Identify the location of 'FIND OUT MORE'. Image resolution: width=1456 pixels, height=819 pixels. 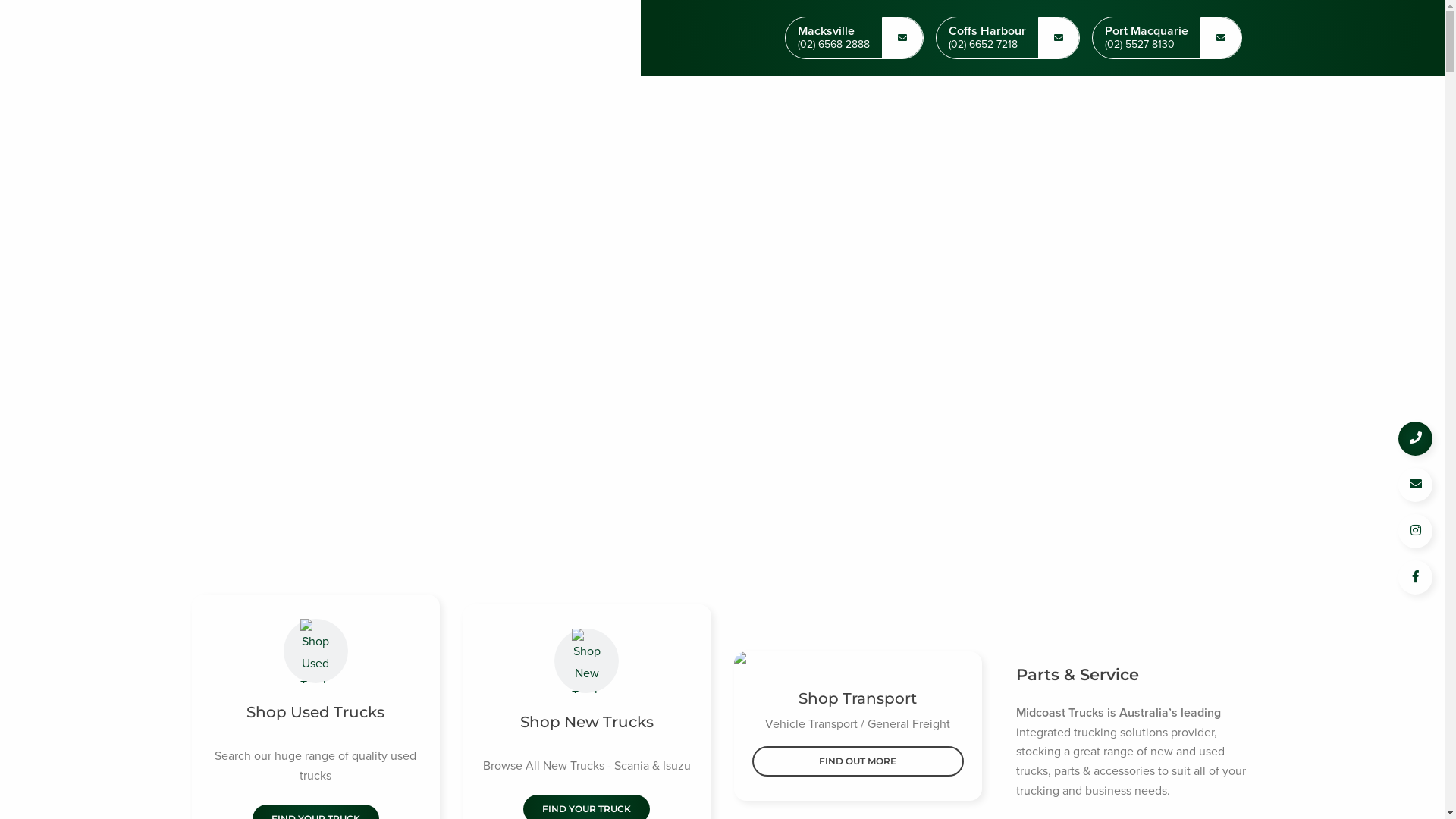
(858, 761).